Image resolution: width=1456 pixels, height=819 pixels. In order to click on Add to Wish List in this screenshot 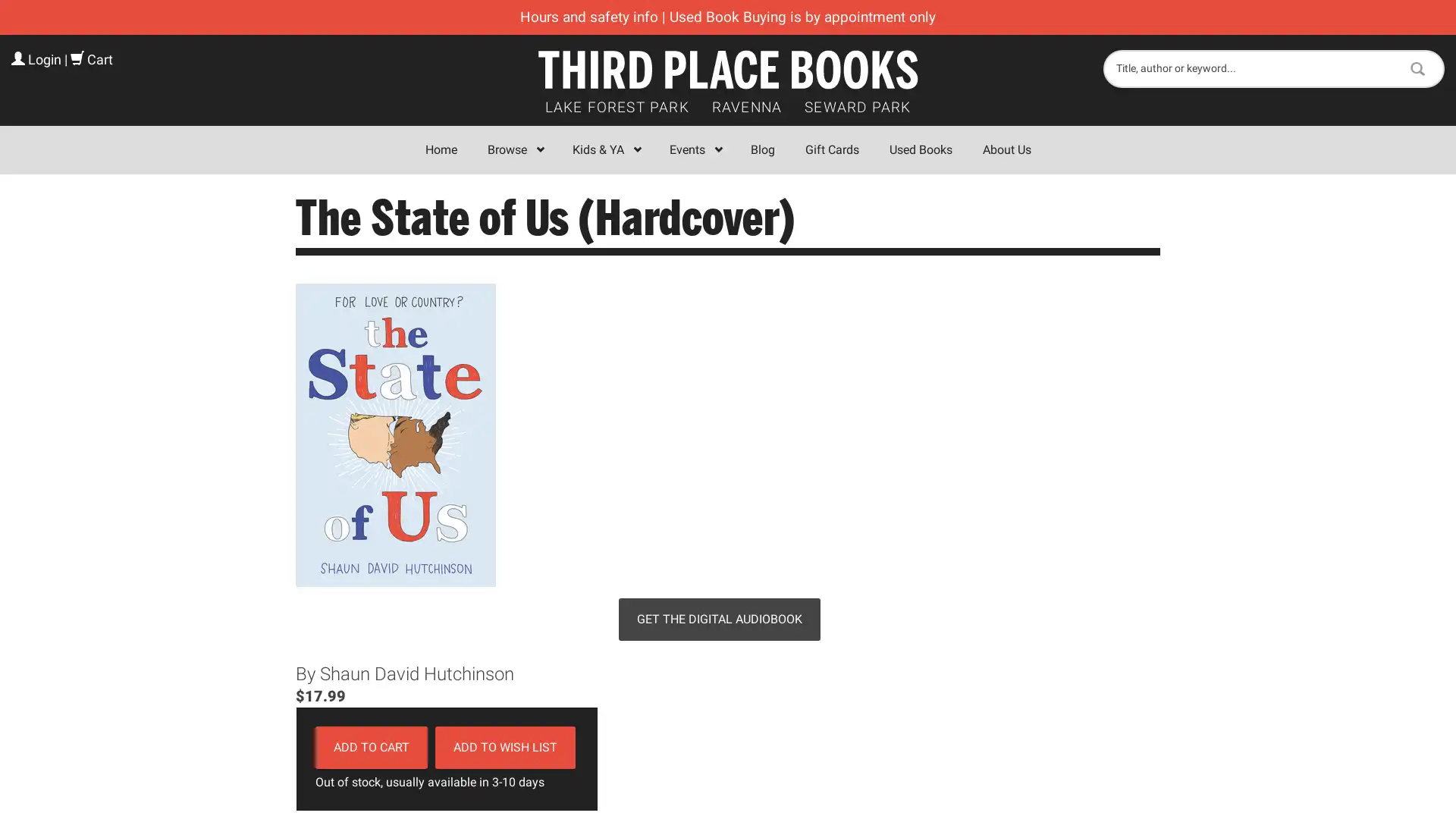, I will do `click(505, 745)`.